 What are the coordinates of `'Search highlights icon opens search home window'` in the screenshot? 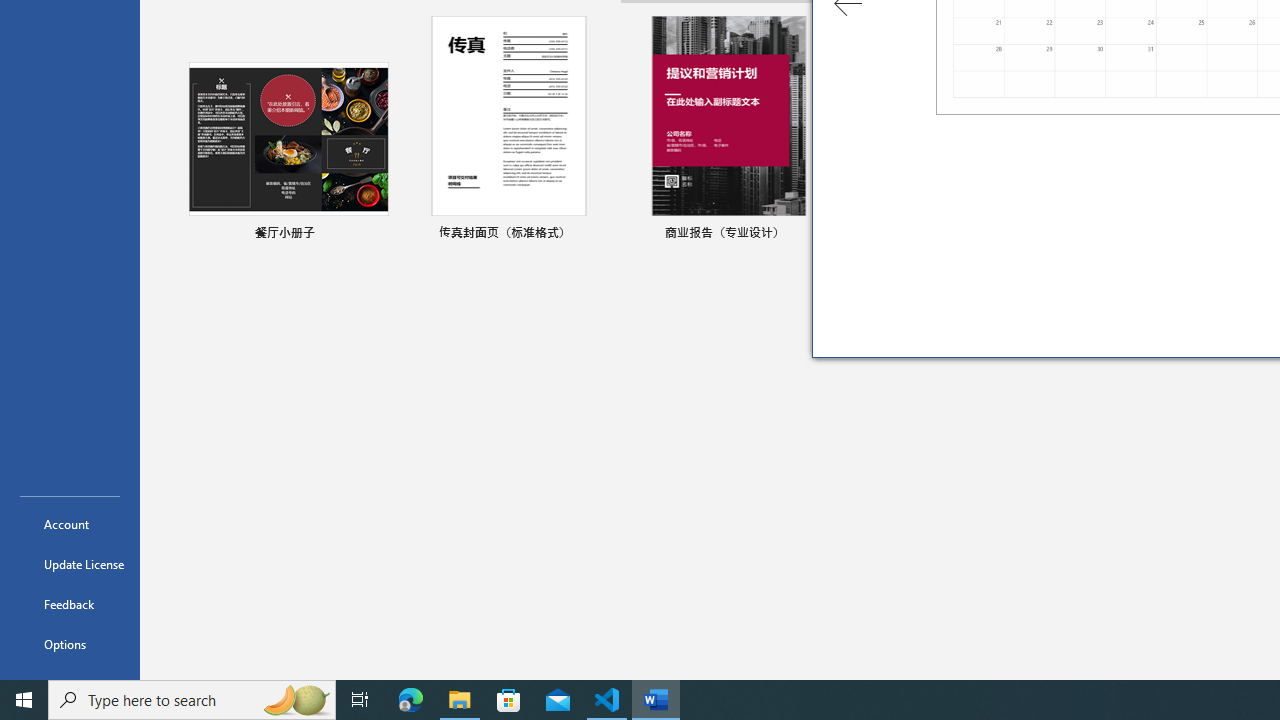 It's located at (294, 698).